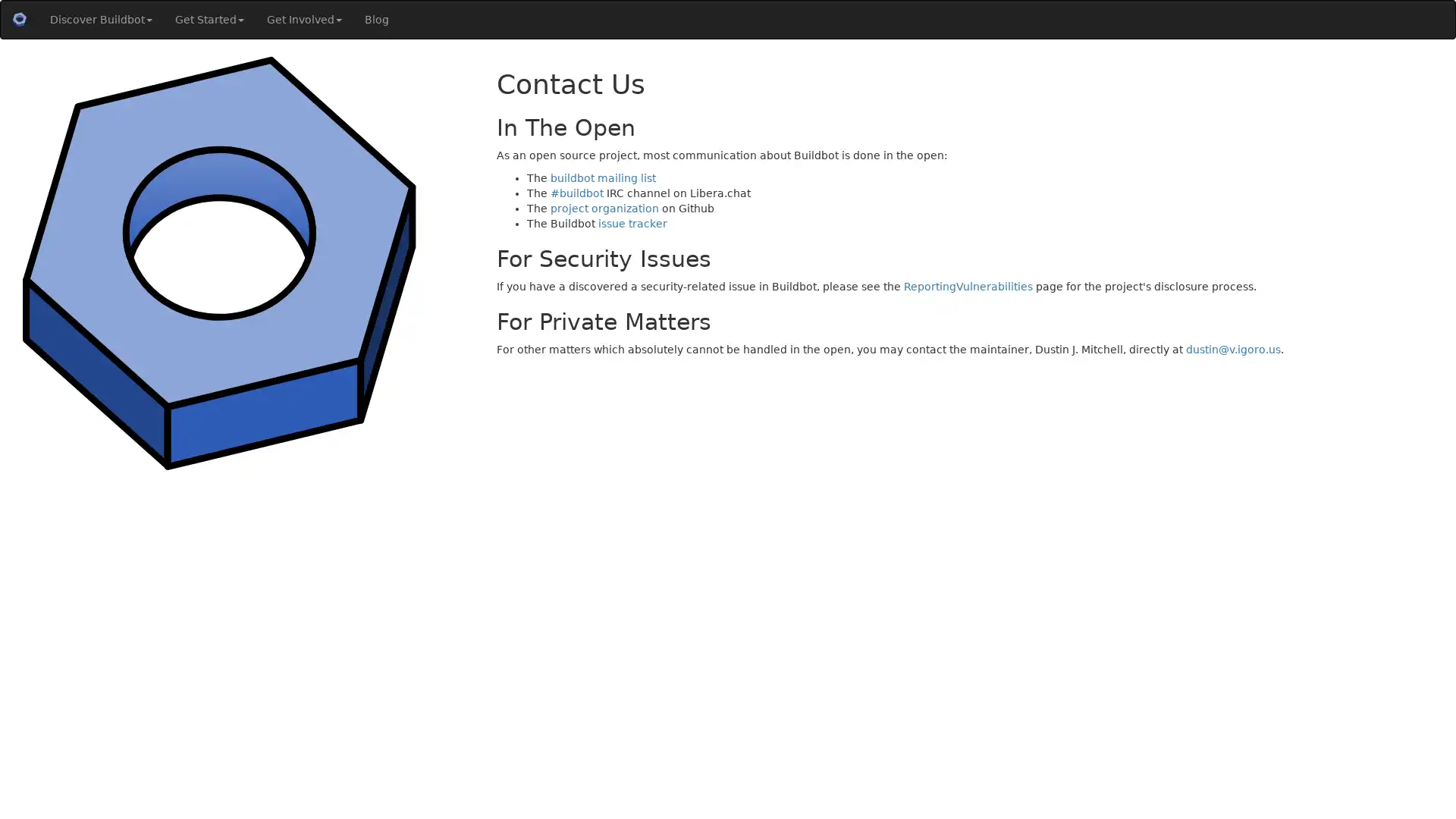  I want to click on Discover Buildbot, so click(100, 20).